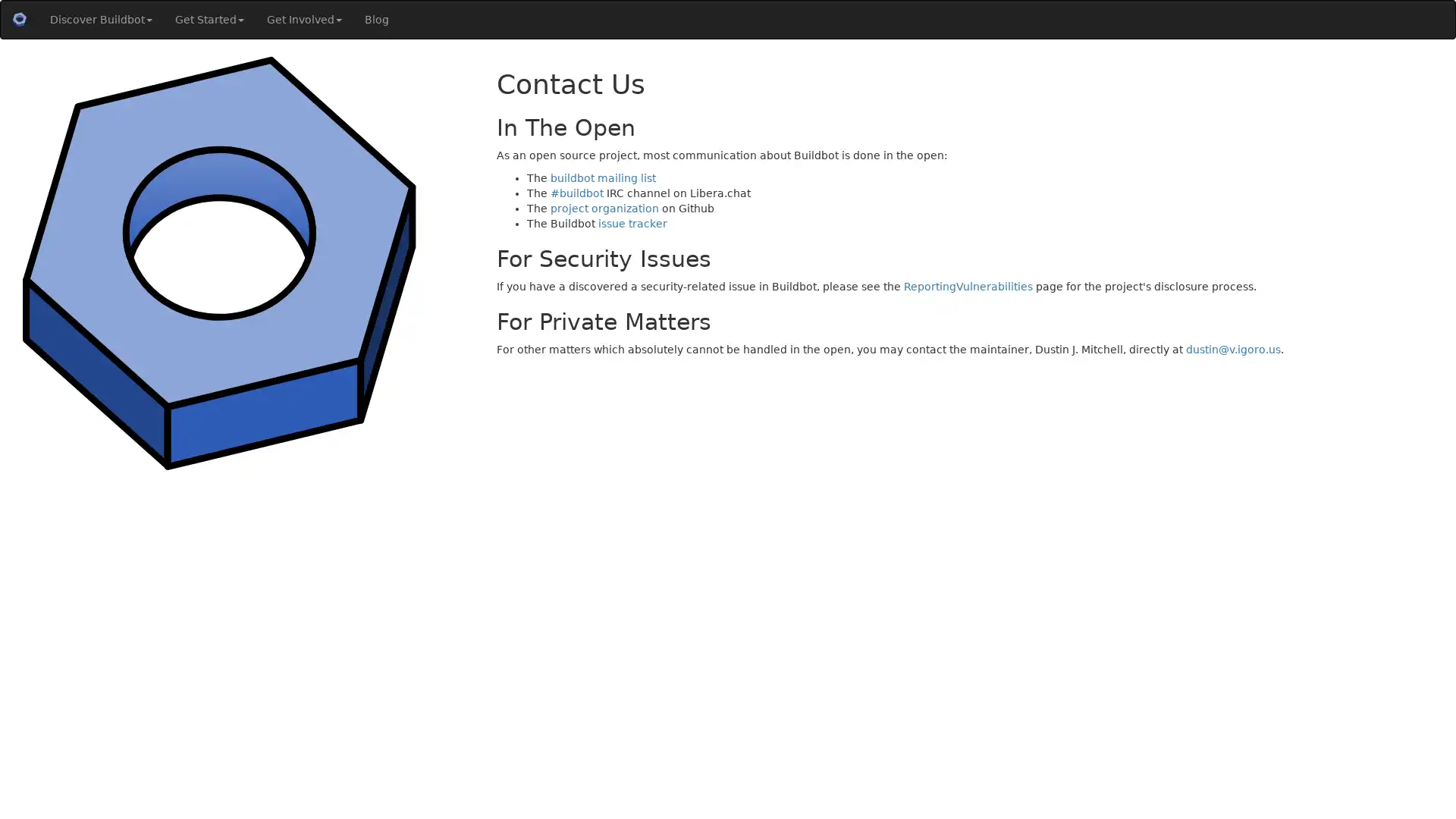  I want to click on Discover Buildbot, so click(100, 20).